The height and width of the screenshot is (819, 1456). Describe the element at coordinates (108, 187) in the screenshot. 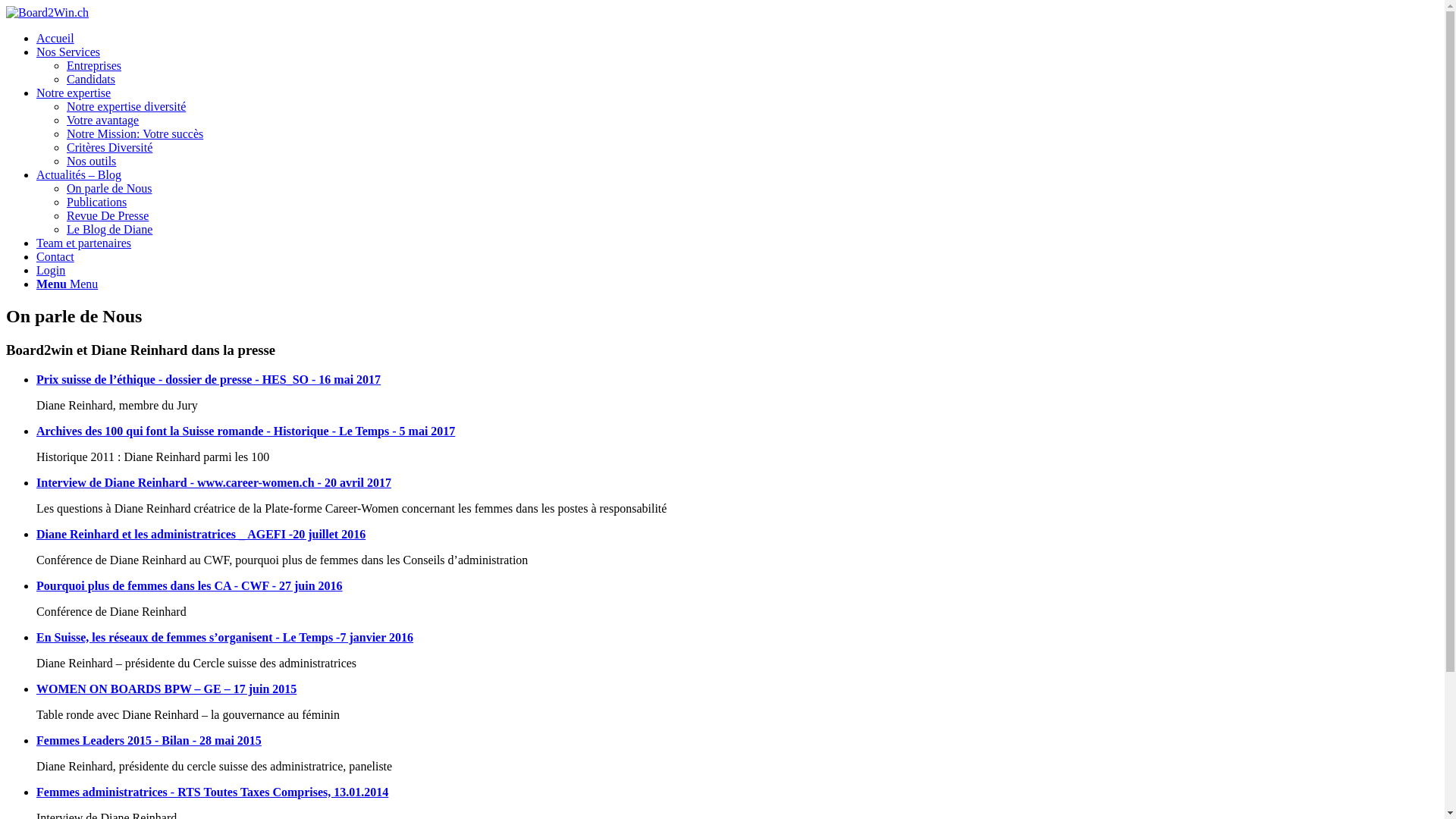

I see `'On parle de Nous'` at that location.